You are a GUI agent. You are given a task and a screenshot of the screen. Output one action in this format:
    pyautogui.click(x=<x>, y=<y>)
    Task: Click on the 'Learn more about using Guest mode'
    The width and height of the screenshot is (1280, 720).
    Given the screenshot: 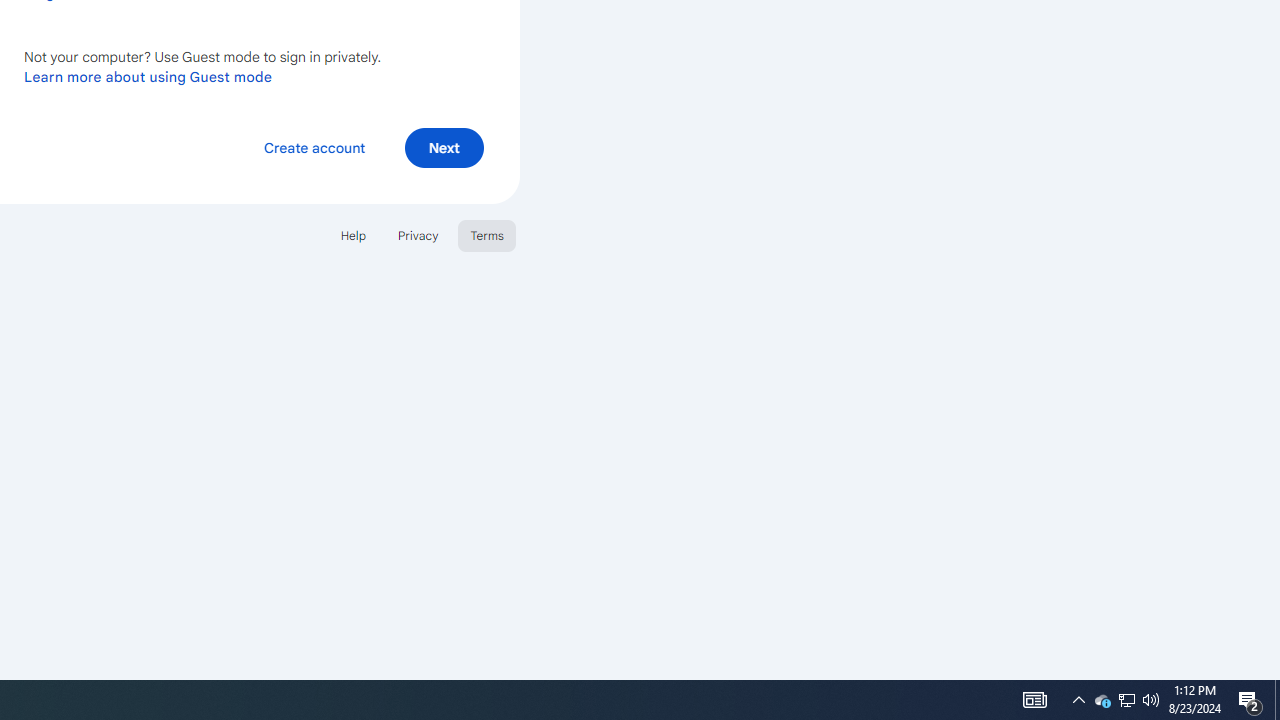 What is the action you would take?
    pyautogui.click(x=147, y=75)
    